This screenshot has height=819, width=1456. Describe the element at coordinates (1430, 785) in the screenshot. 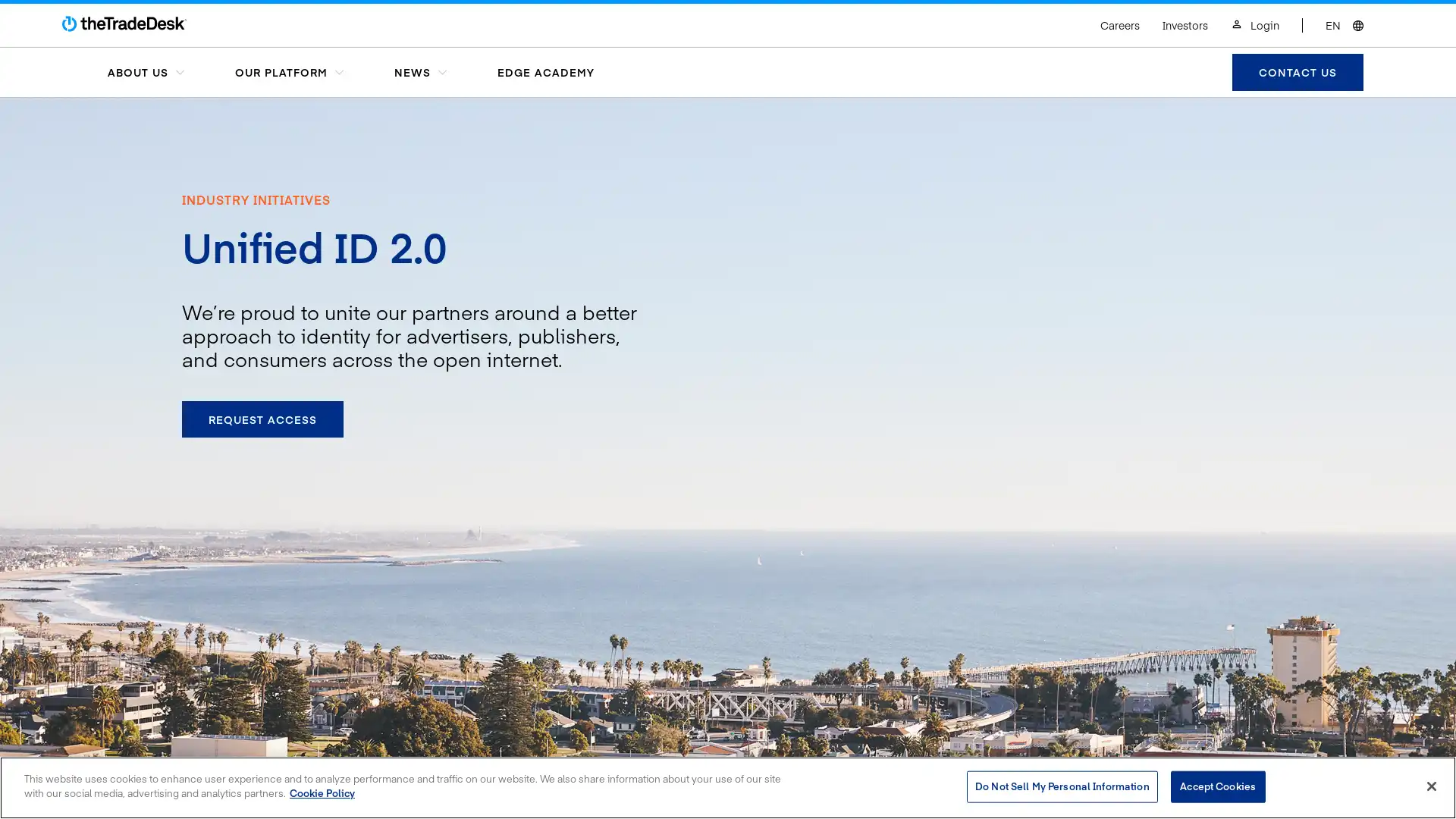

I see `Close` at that location.